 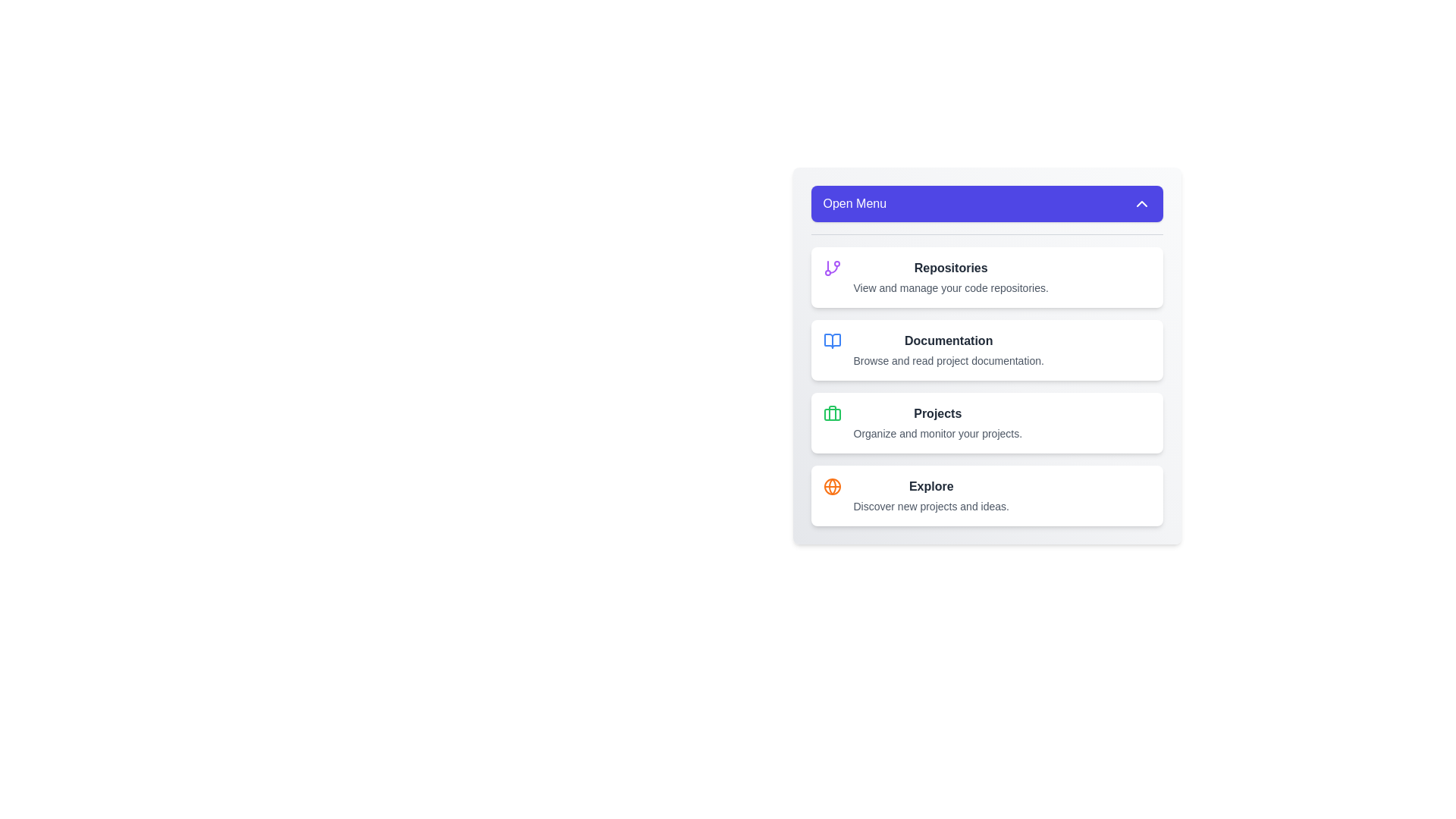 What do you see at coordinates (831, 268) in the screenshot?
I see `the small purple icon resembling a branching diagram located on the left side of the 'Repositories' section, directly adjacent to the 'Repositories' title` at bounding box center [831, 268].